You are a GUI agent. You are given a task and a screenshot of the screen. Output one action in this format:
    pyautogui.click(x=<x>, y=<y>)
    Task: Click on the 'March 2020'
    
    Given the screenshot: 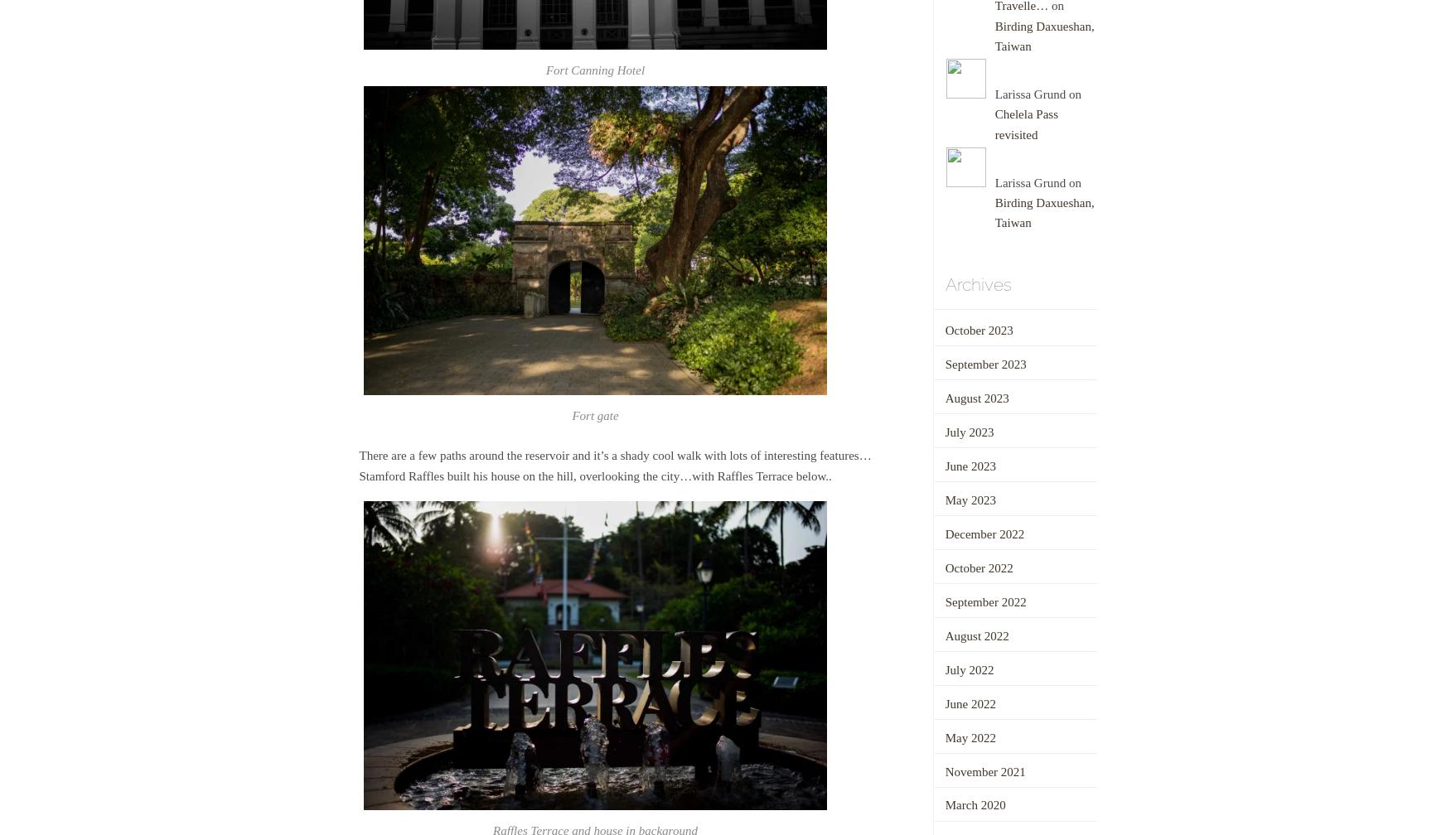 What is the action you would take?
    pyautogui.click(x=974, y=805)
    